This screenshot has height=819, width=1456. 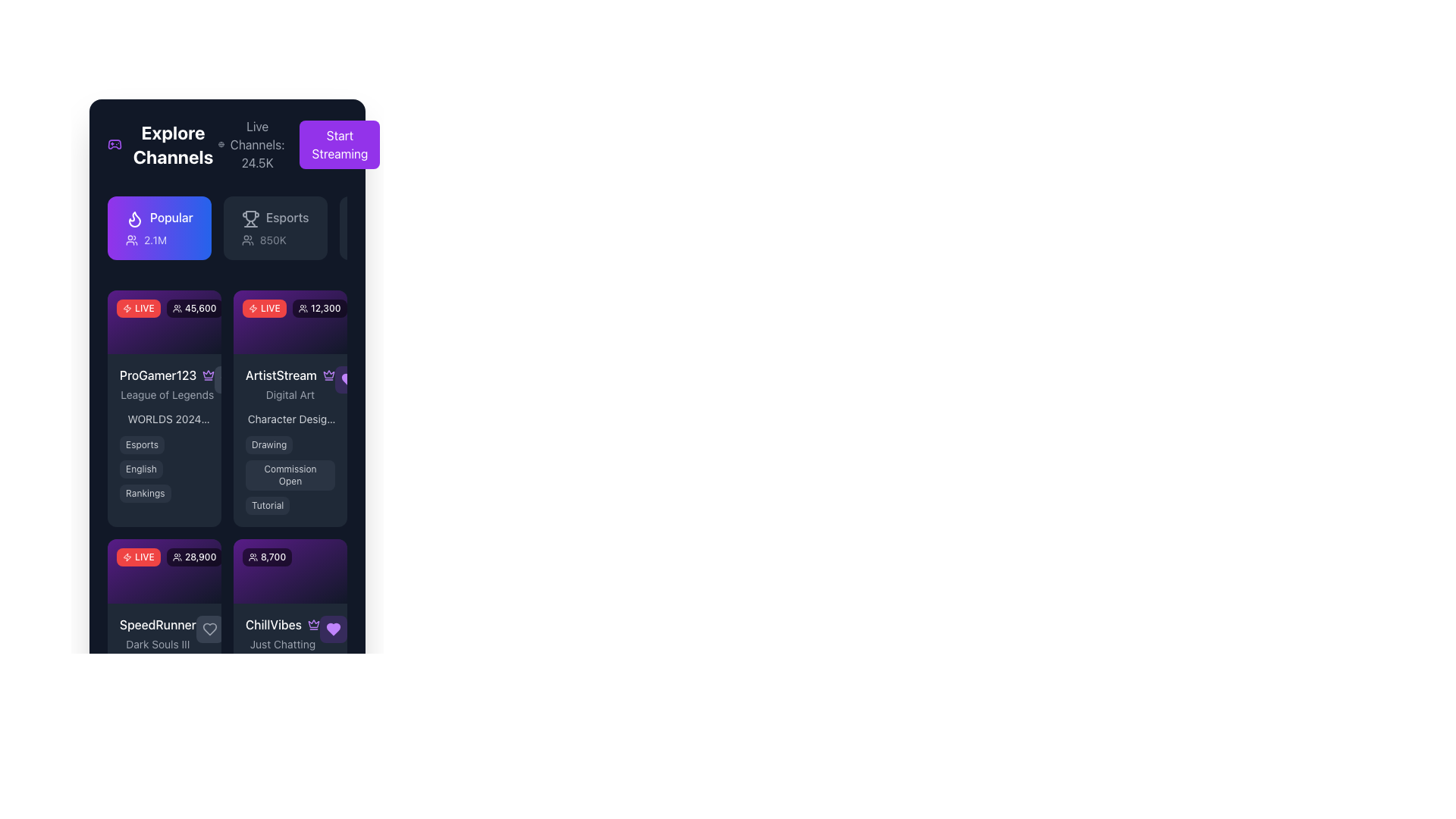 What do you see at coordinates (299, 145) in the screenshot?
I see `the 'Start Streaming' button, which is part of a composite UI component displaying the number of live channels ('24.5K') and providing an actionable button for initiating a streaming session, located in the header section between 'Explore Channels' and the 'Start Streaming' button` at bounding box center [299, 145].